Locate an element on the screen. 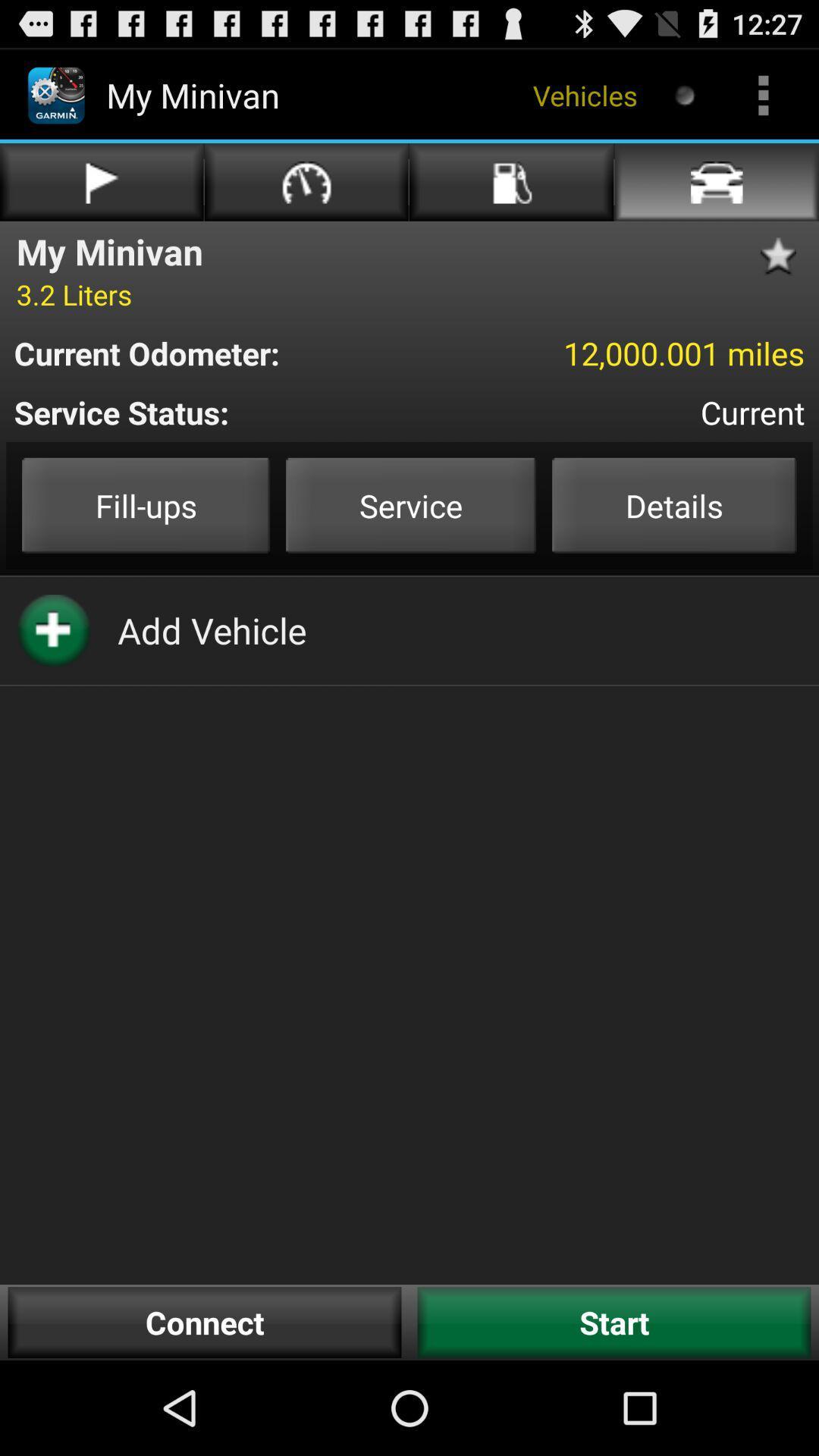 This screenshot has width=819, height=1456. car icon right to fuel icon is located at coordinates (717, 182).